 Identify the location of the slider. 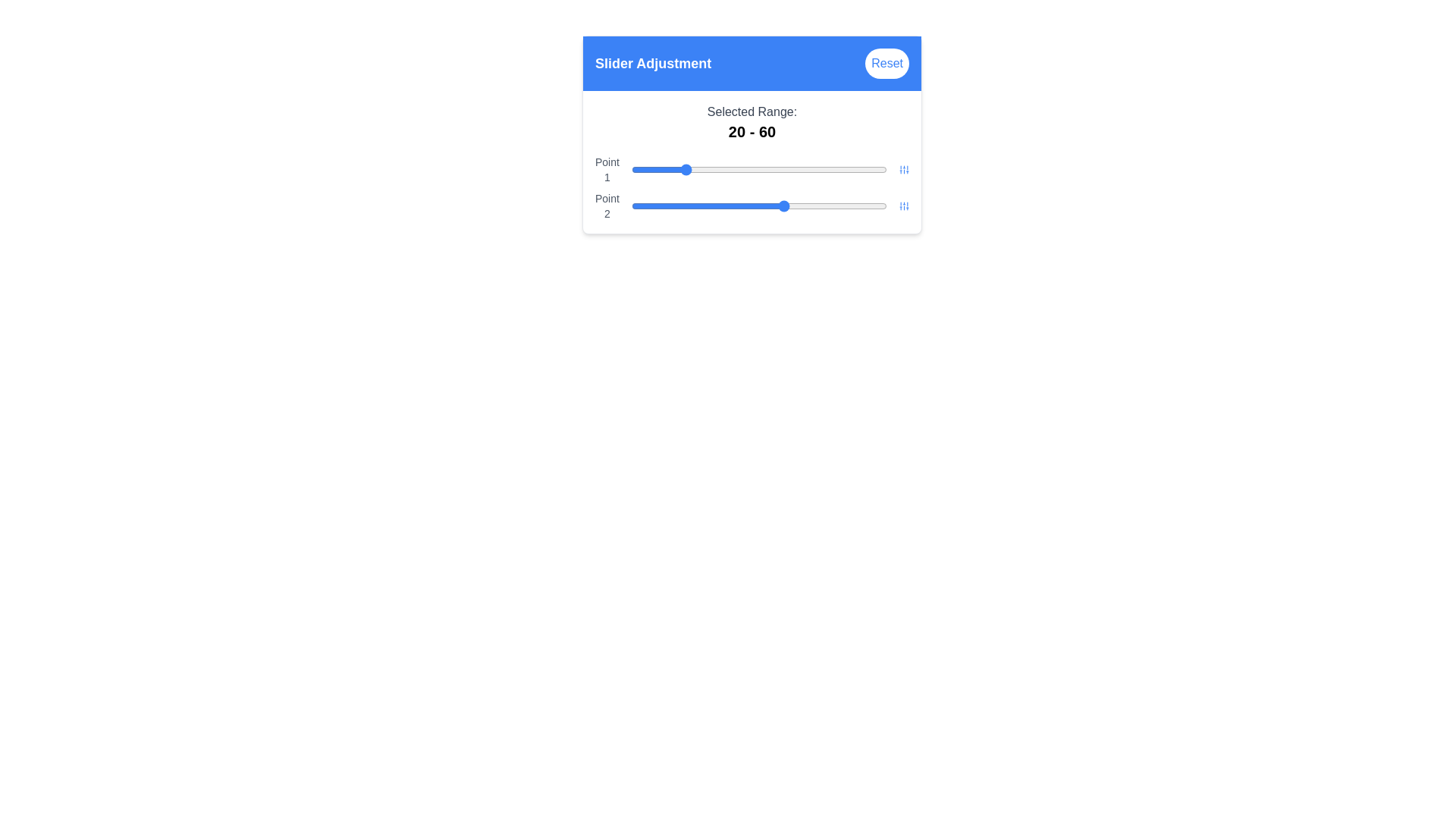
(840, 206).